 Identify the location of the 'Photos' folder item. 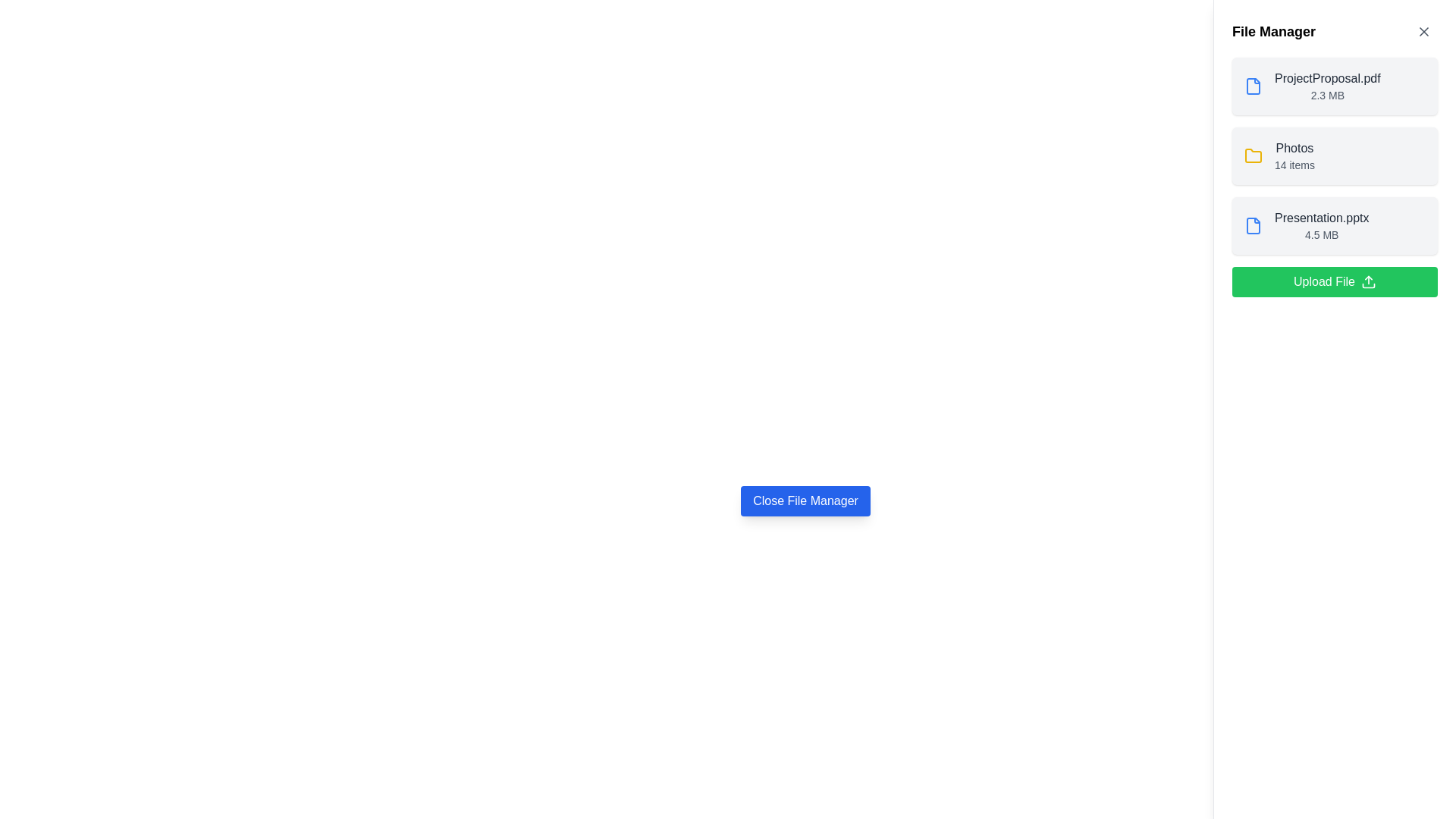
(1335, 155).